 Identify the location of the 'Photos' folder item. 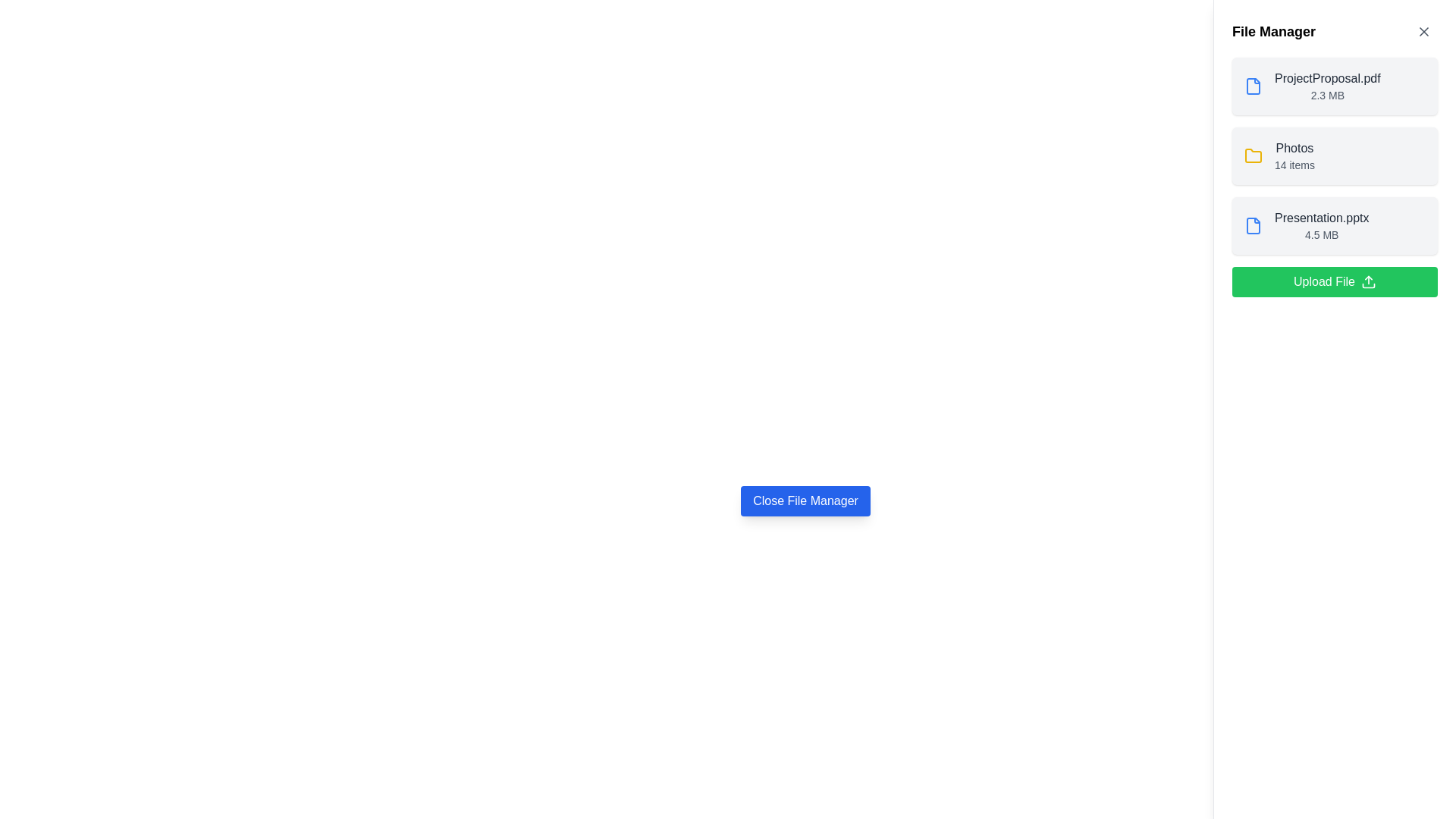
(1335, 155).